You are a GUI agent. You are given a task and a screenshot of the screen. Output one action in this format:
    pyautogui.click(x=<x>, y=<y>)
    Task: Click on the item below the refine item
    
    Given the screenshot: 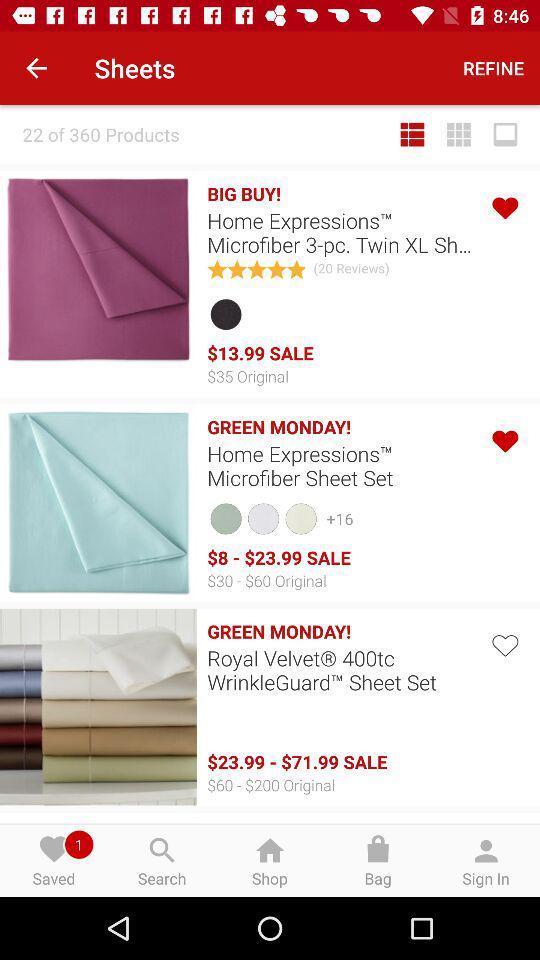 What is the action you would take?
    pyautogui.click(x=504, y=133)
    